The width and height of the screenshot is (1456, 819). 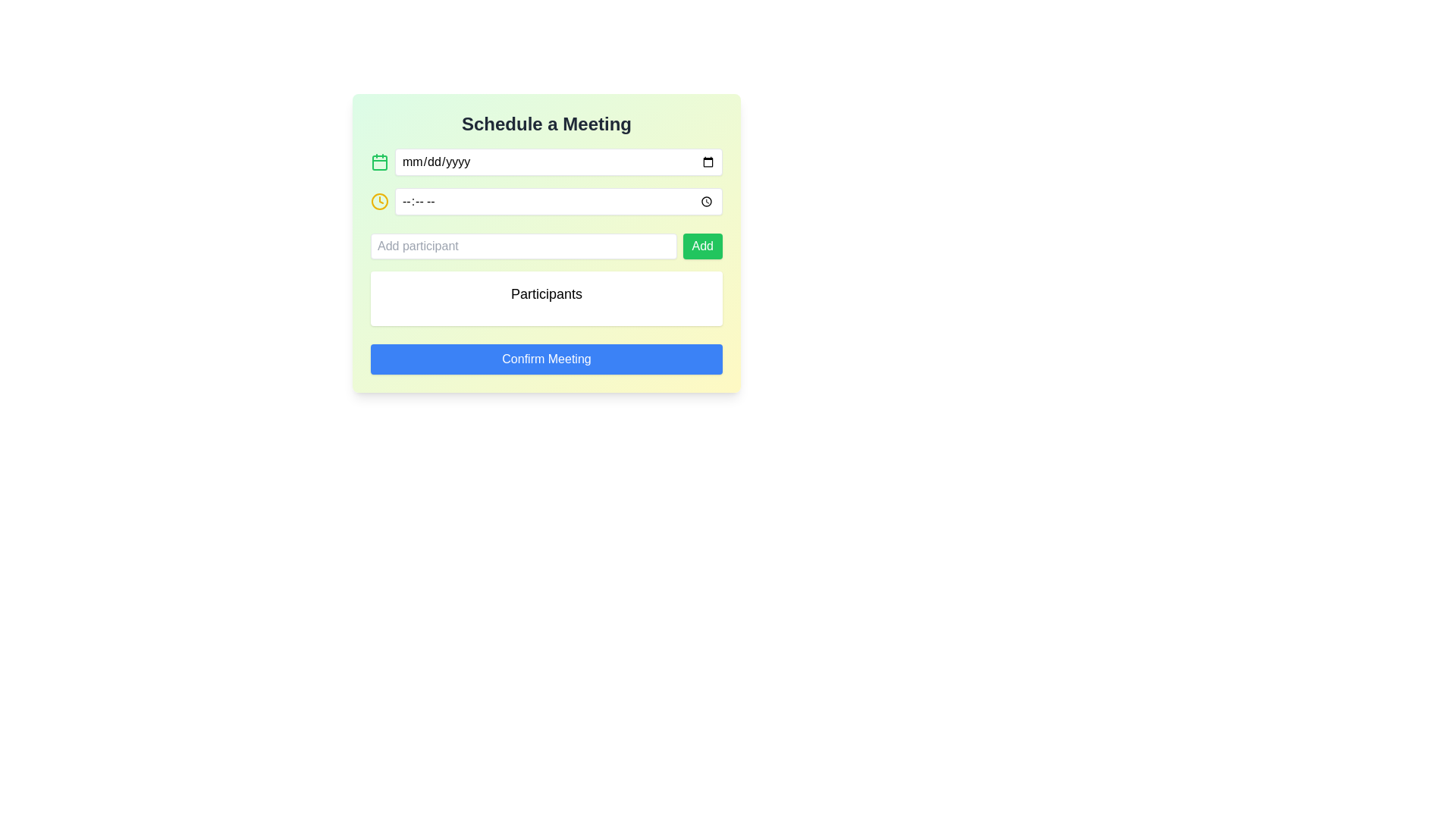 What do you see at coordinates (546, 298) in the screenshot?
I see `the 'Participants' static text header which is a rectangular section with a white background, rounded corners, and shadow effect, located within the 'Schedule a Meeting' form` at bounding box center [546, 298].